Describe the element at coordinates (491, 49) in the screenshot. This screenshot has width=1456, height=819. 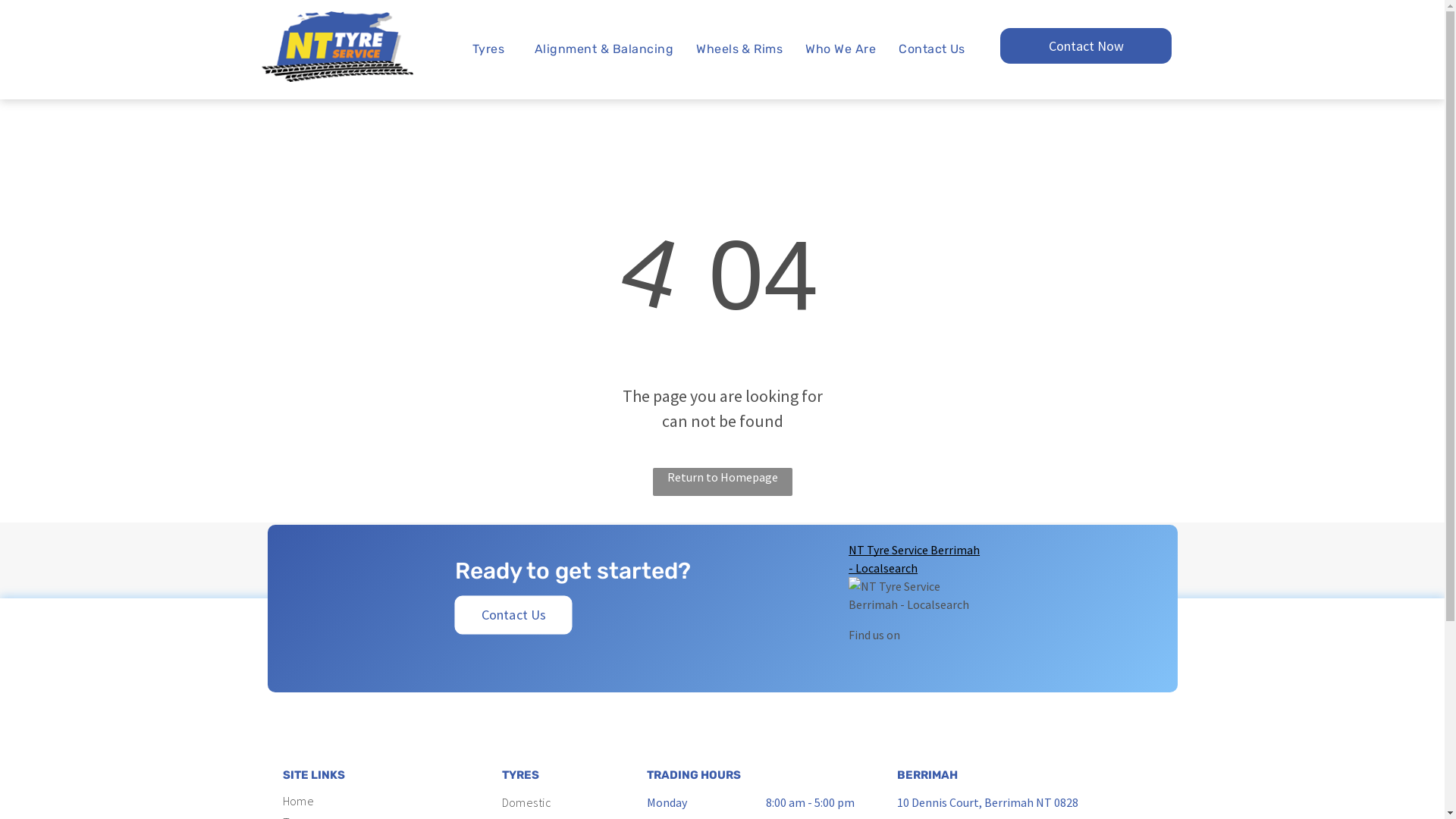
I see `'Tyres'` at that location.